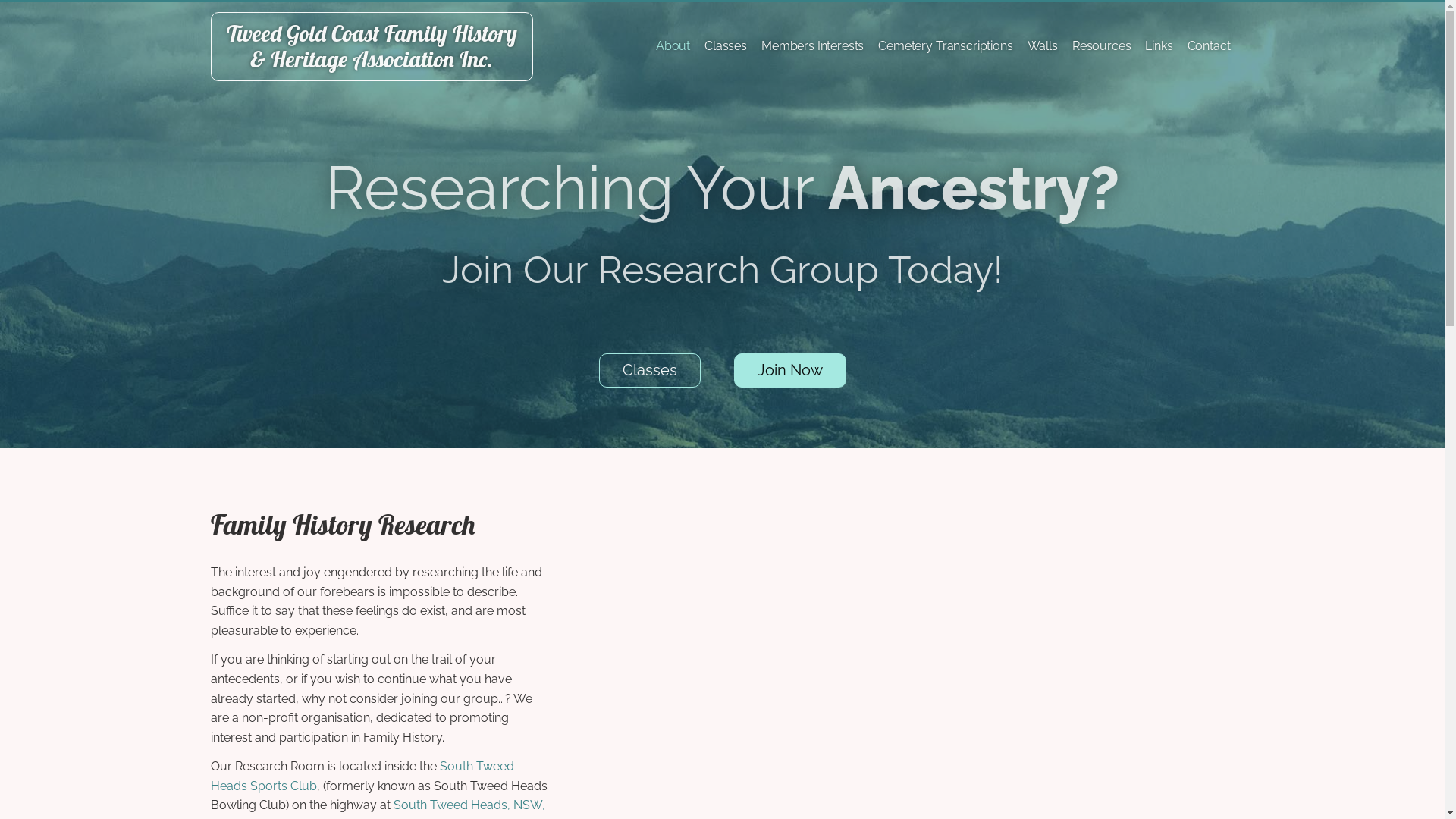 The width and height of the screenshot is (1456, 819). I want to click on 'Resources', so click(1102, 45).